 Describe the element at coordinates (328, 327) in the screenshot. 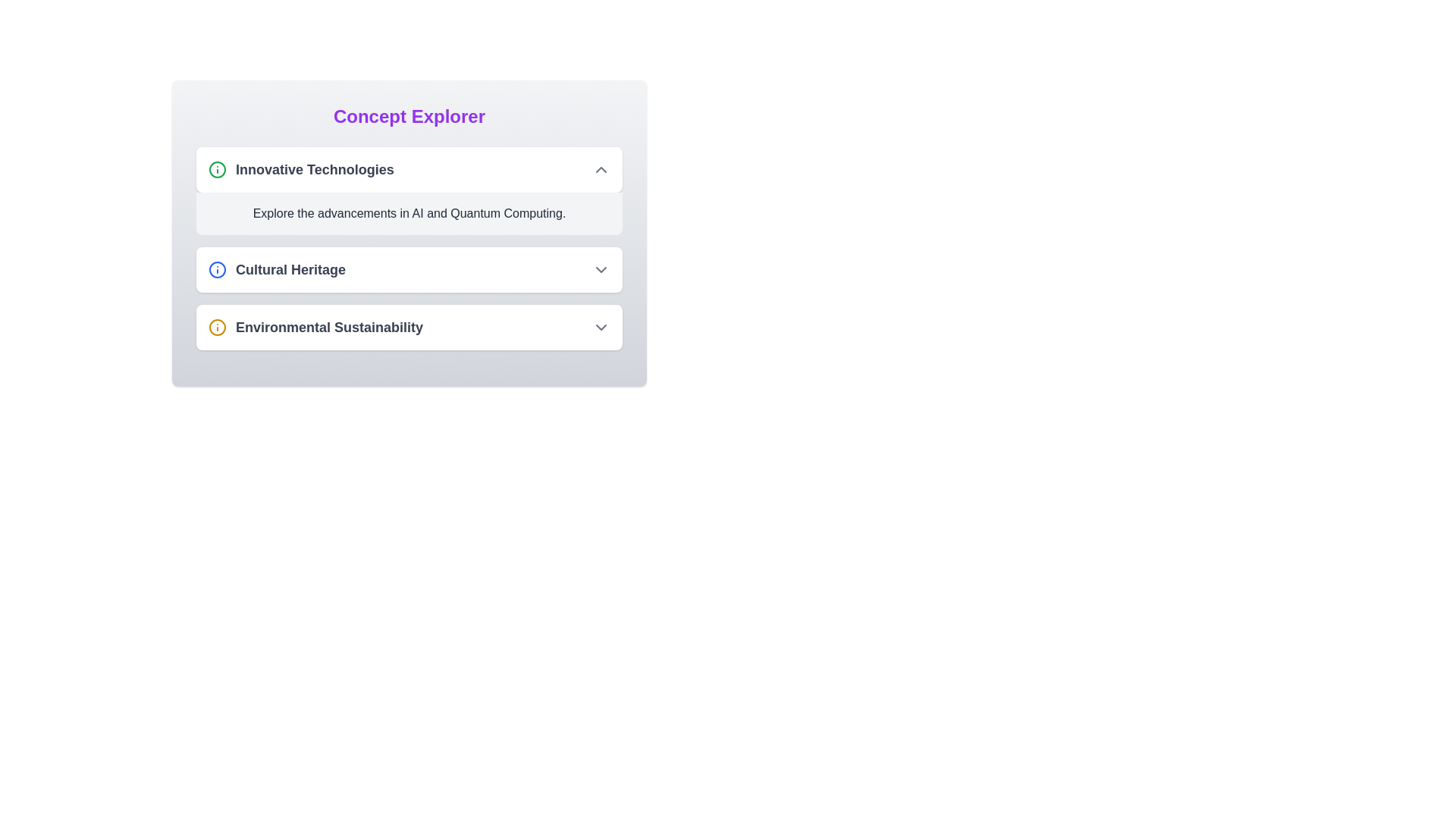

I see `the 'Environmental Sustainability' label, which is the third item in a vertical list of options` at that location.